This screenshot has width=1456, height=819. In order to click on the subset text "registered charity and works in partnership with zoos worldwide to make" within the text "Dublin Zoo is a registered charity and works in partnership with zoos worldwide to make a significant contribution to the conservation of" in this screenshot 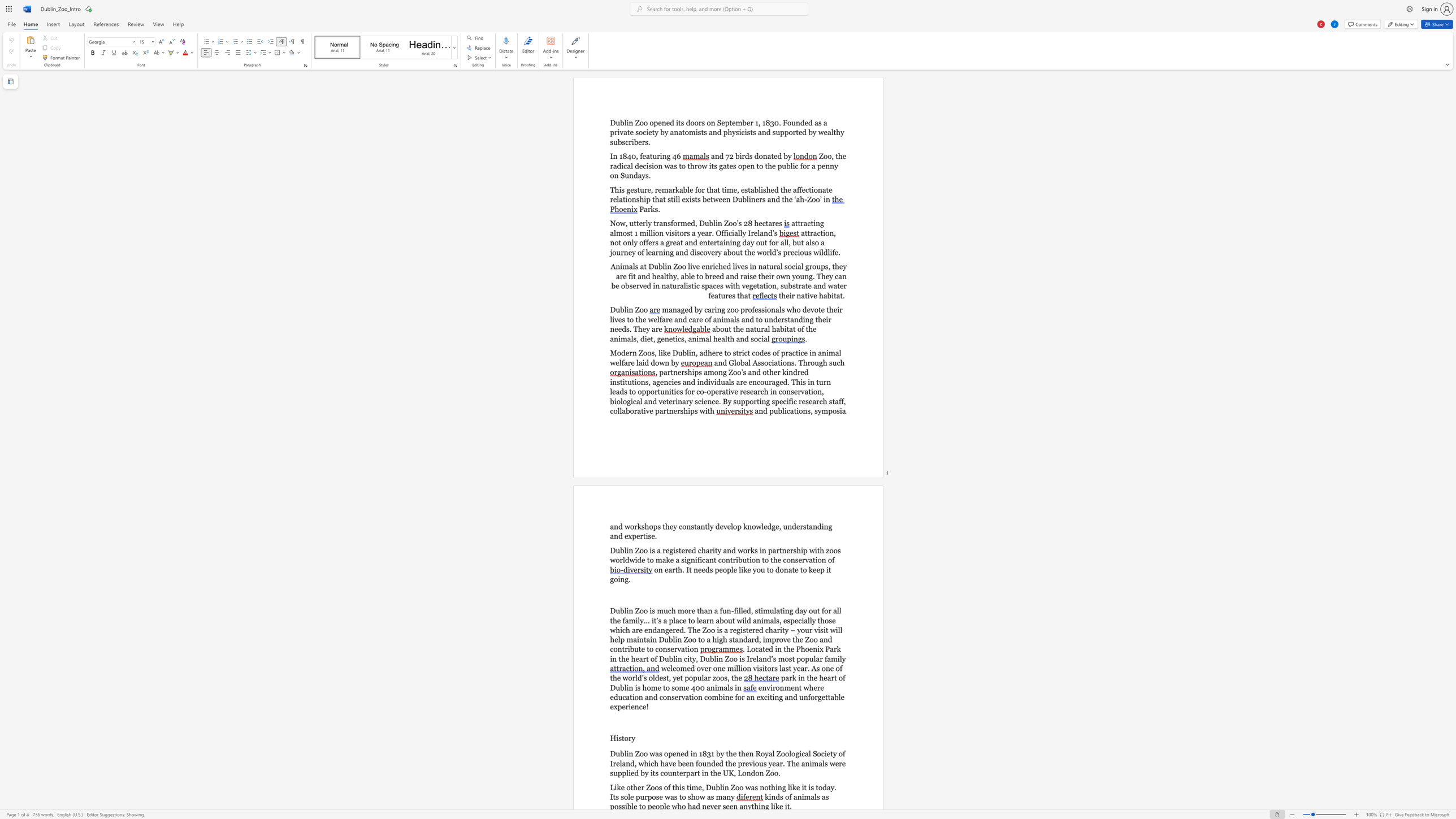, I will do `click(662, 549)`.